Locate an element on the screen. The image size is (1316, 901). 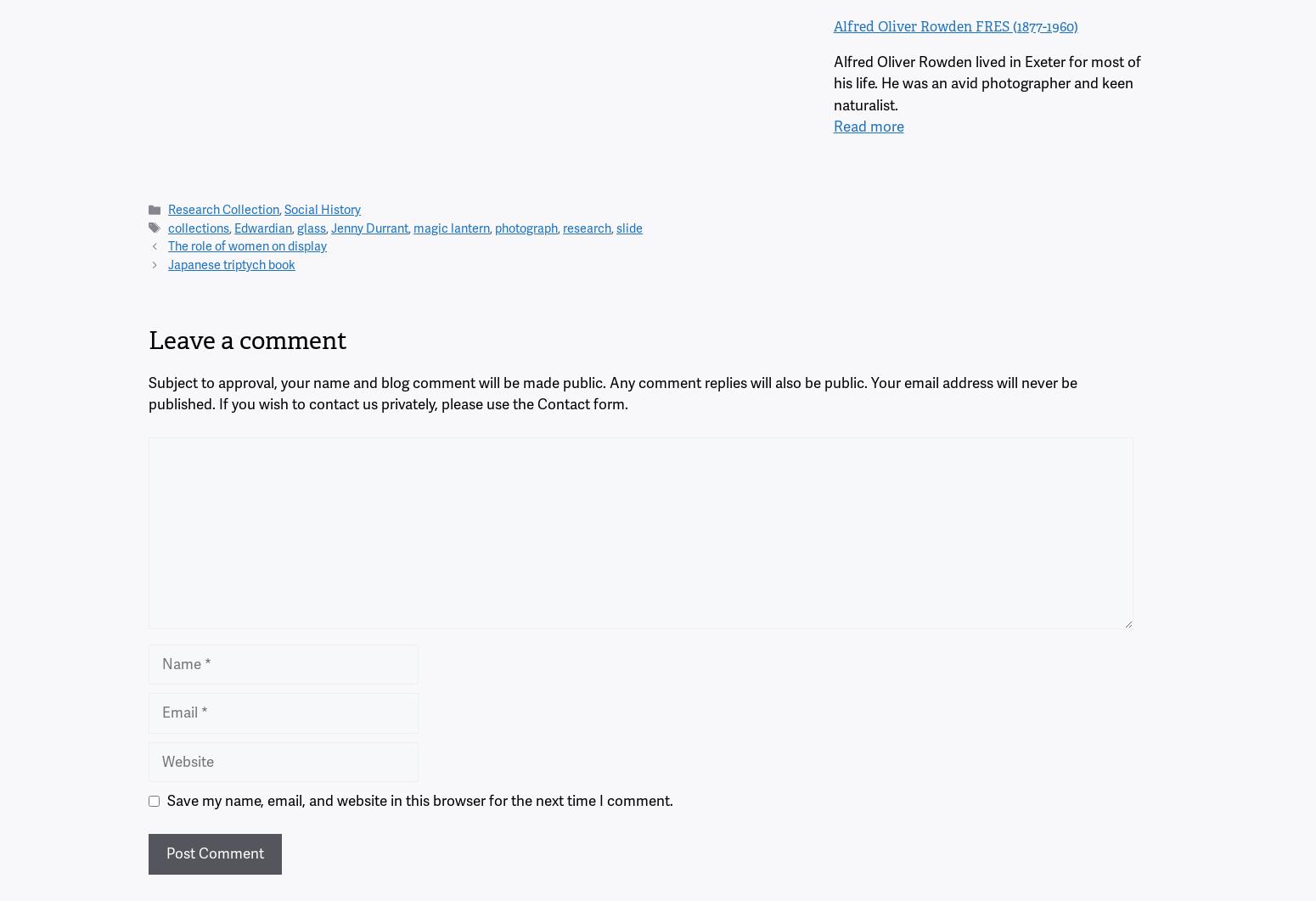
'Japanese triptych book' is located at coordinates (166, 264).